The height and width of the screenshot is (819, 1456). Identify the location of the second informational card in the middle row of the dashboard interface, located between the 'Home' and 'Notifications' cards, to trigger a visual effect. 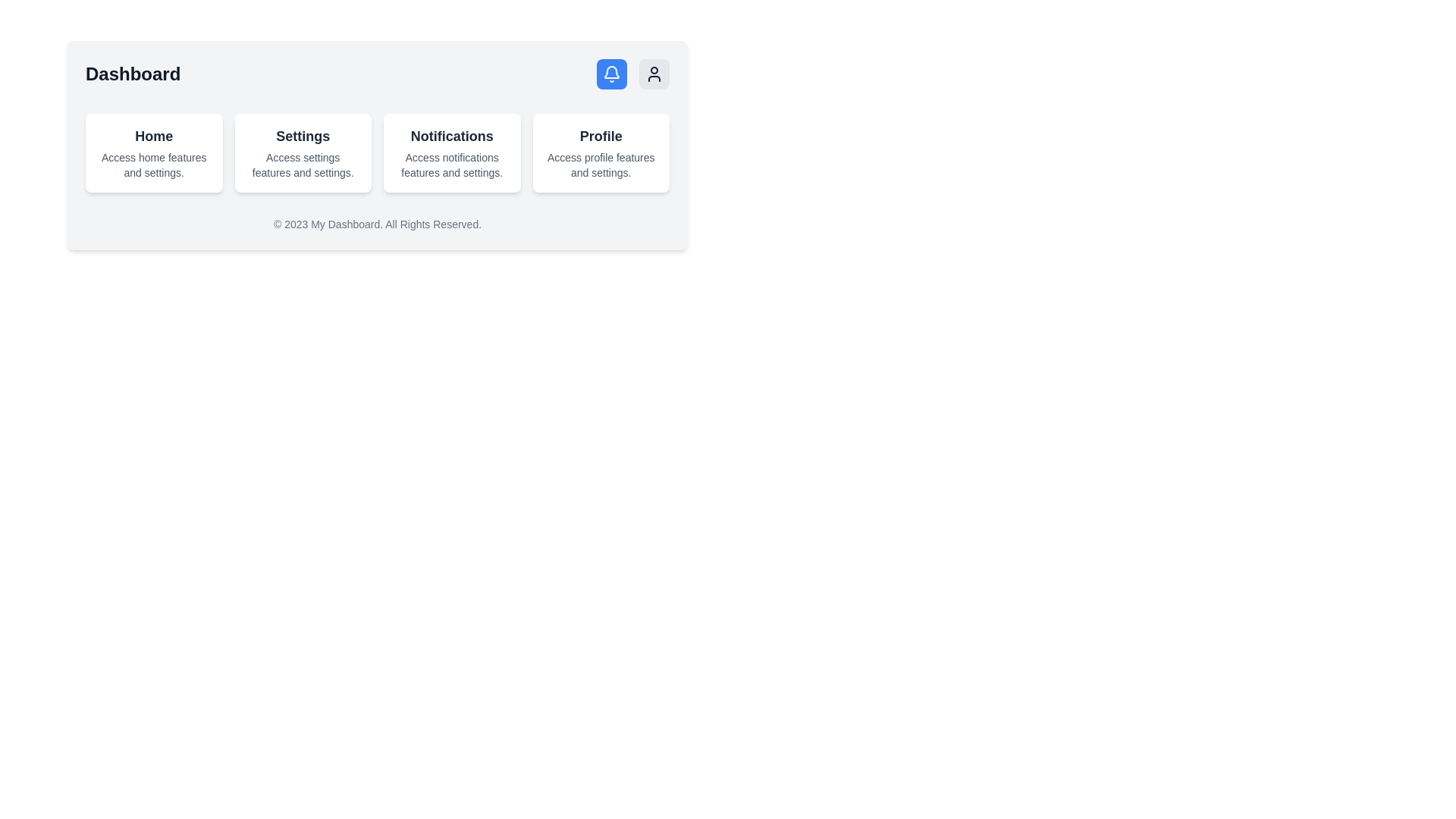
(303, 152).